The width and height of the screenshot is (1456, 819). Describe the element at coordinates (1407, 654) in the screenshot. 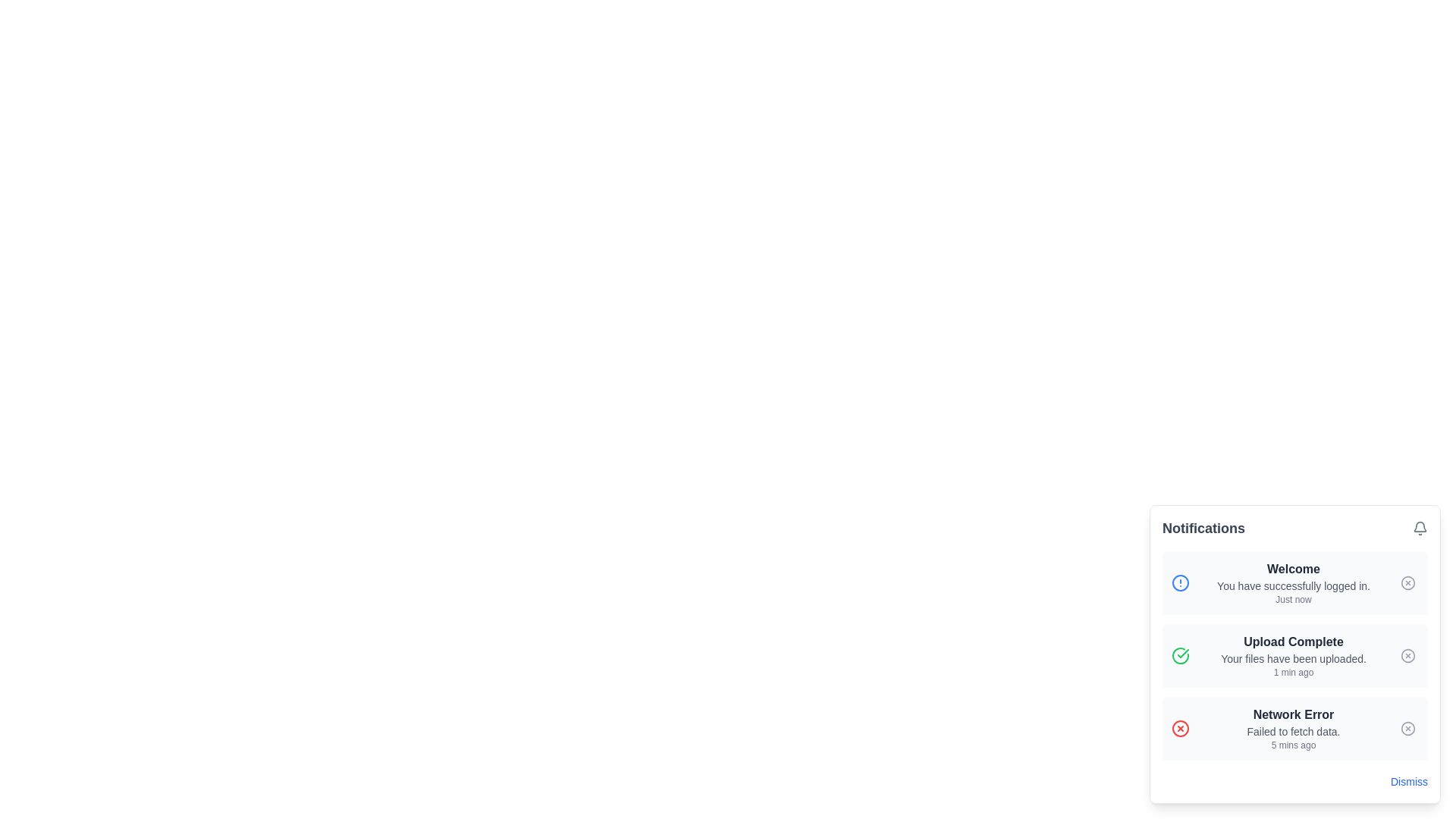

I see `the gray circular icon with an 'X' mark inside` at that location.